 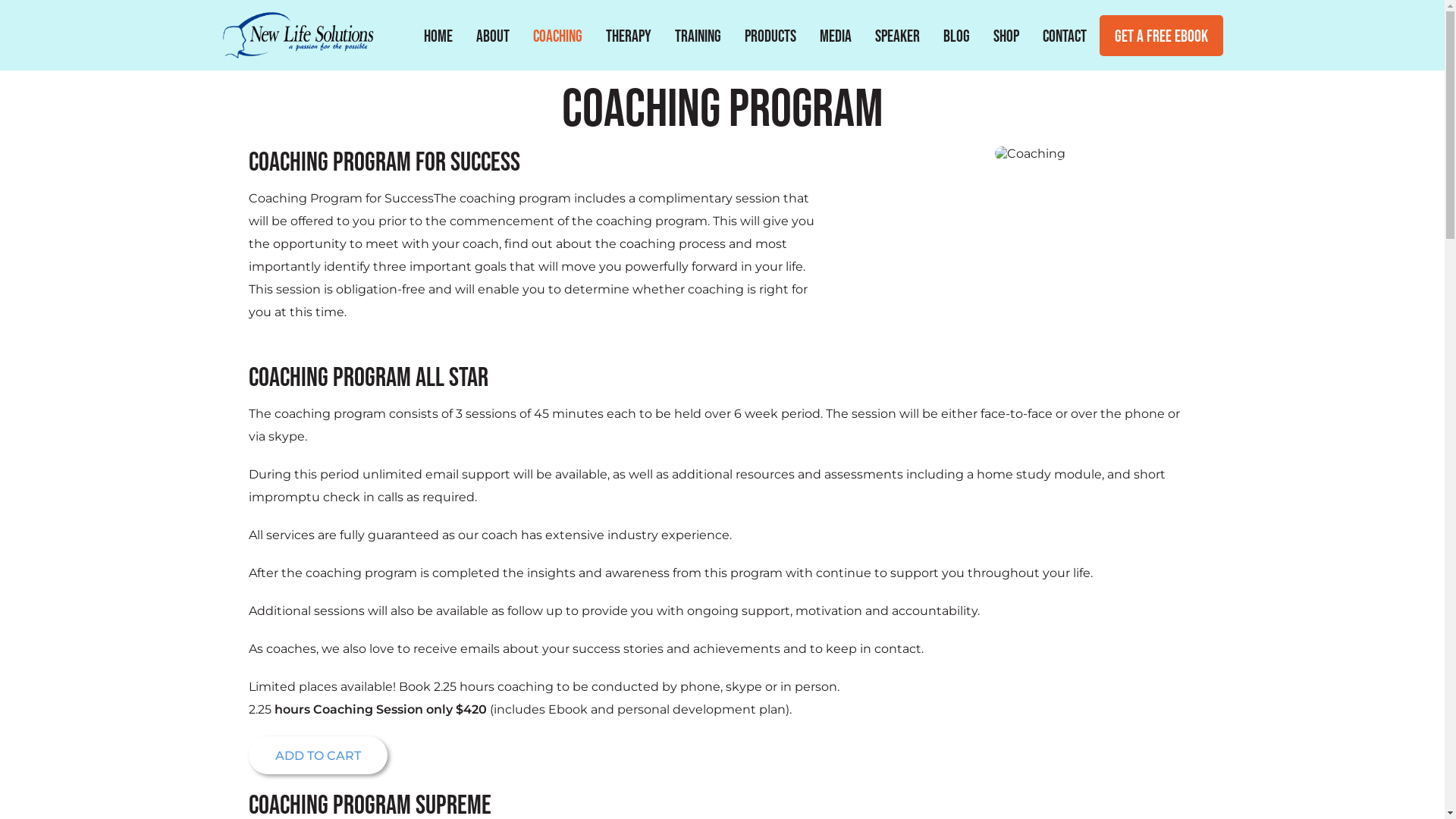 What do you see at coordinates (629, 34) in the screenshot?
I see `'THERAPY'` at bounding box center [629, 34].